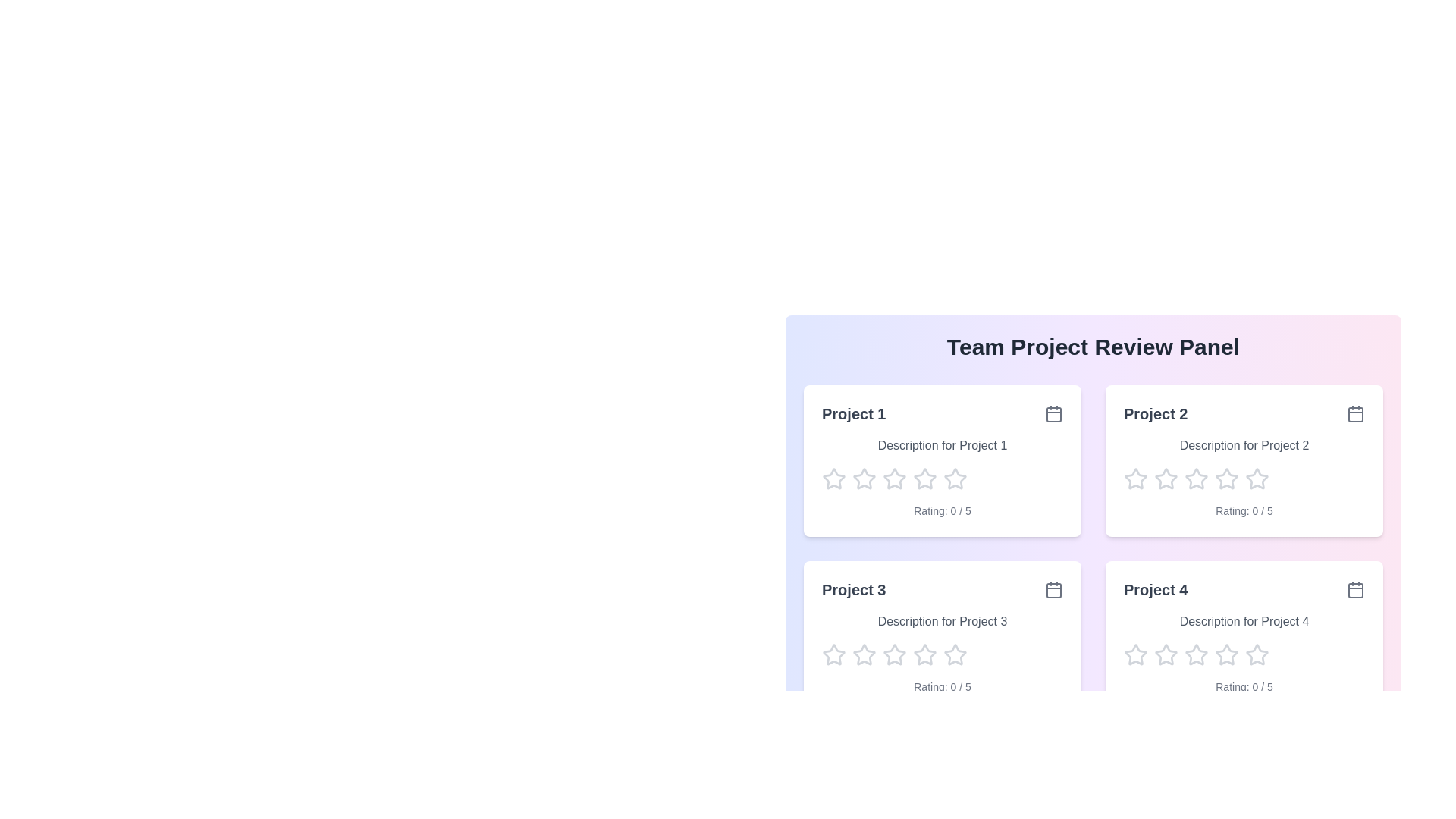 The image size is (1456, 819). Describe the element at coordinates (833, 479) in the screenshot. I see `the star corresponding to 1 to preview the rating effect` at that location.